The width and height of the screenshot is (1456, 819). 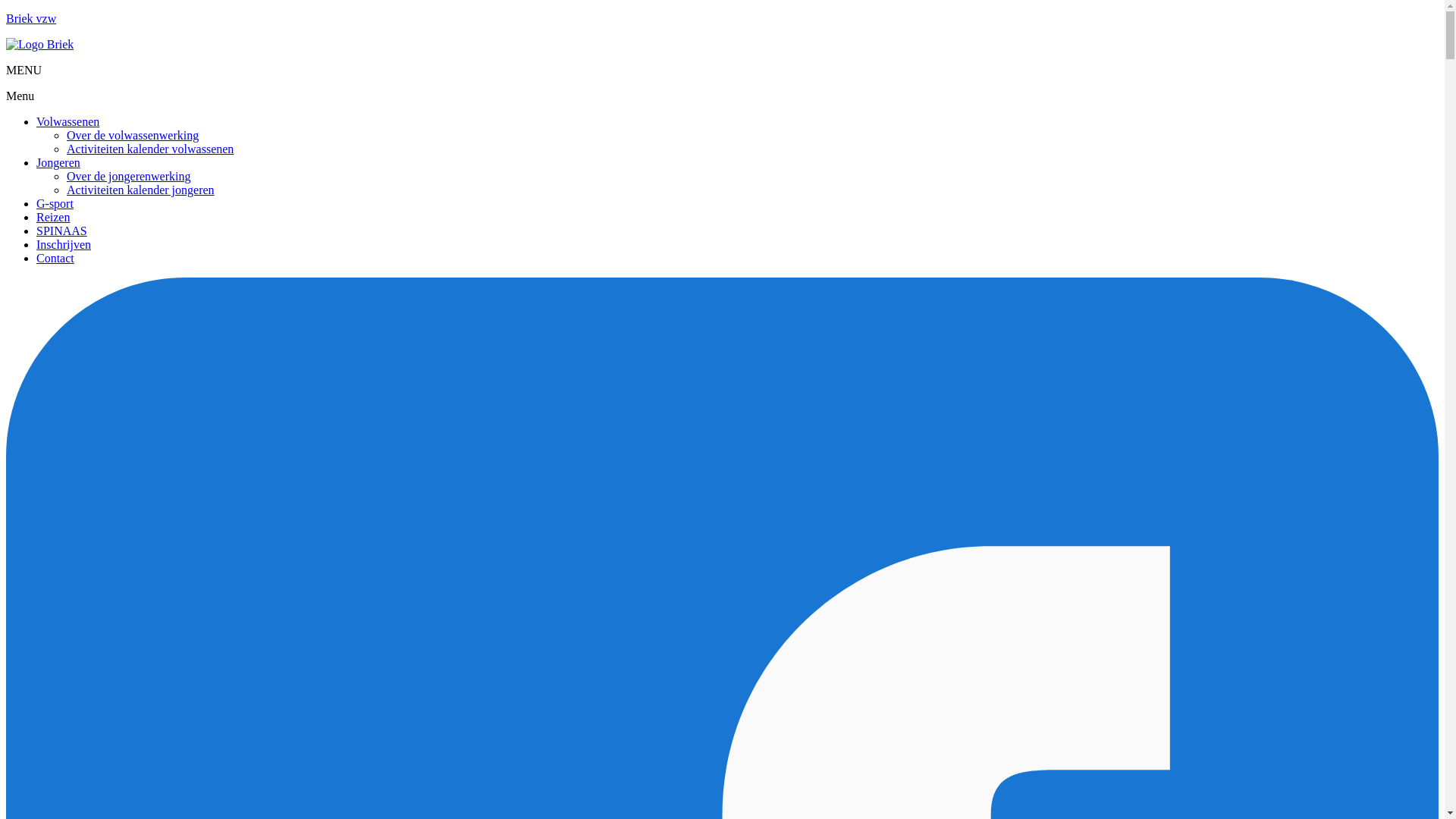 I want to click on 'Over de volwassenwerking', so click(x=132, y=134).